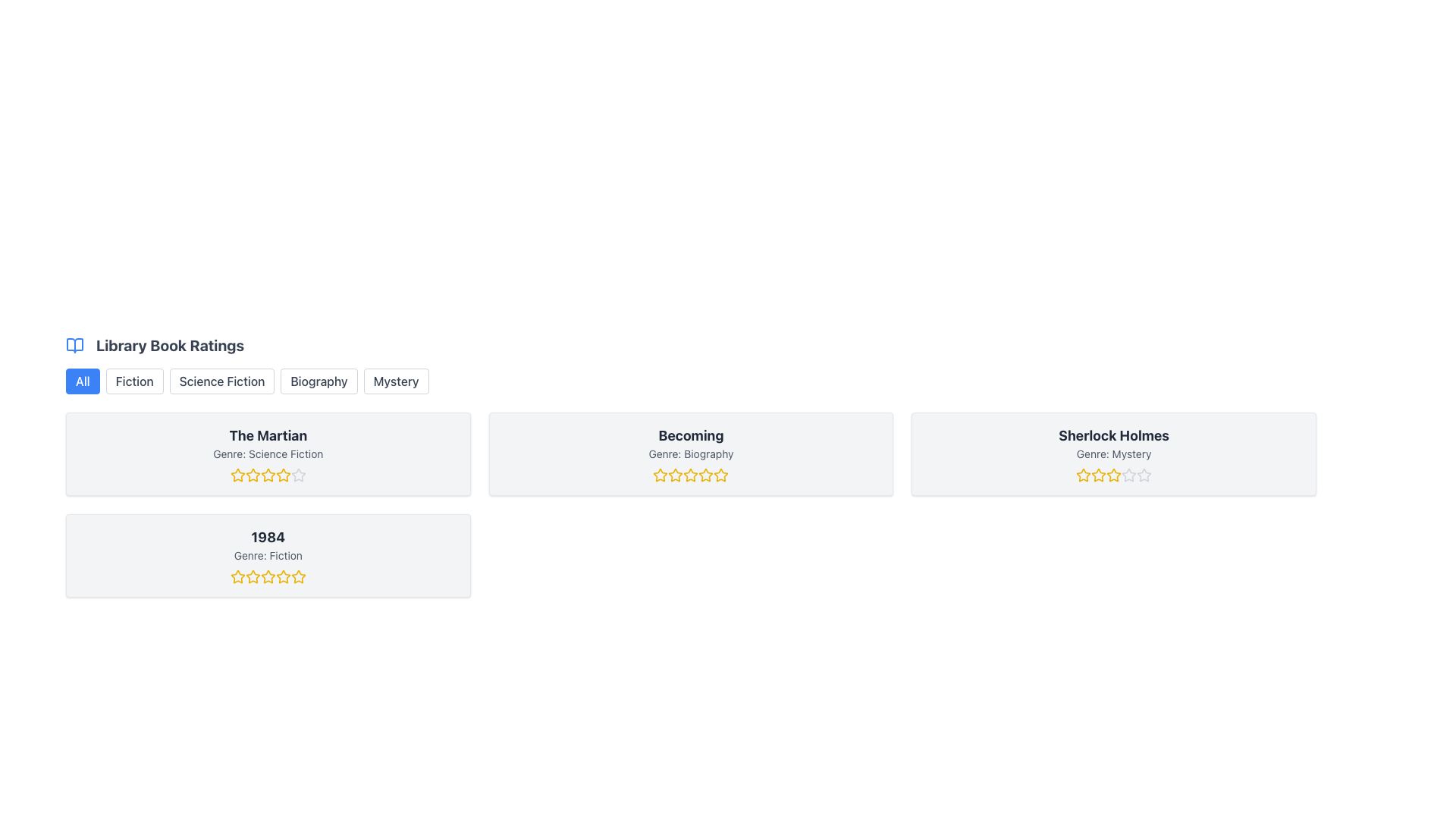 The height and width of the screenshot is (819, 1456). I want to click on the text label displaying the title of the book 'Becoming', located at the top-central portion of the card, above the 'Genre: Biography' subtitle, so click(690, 435).